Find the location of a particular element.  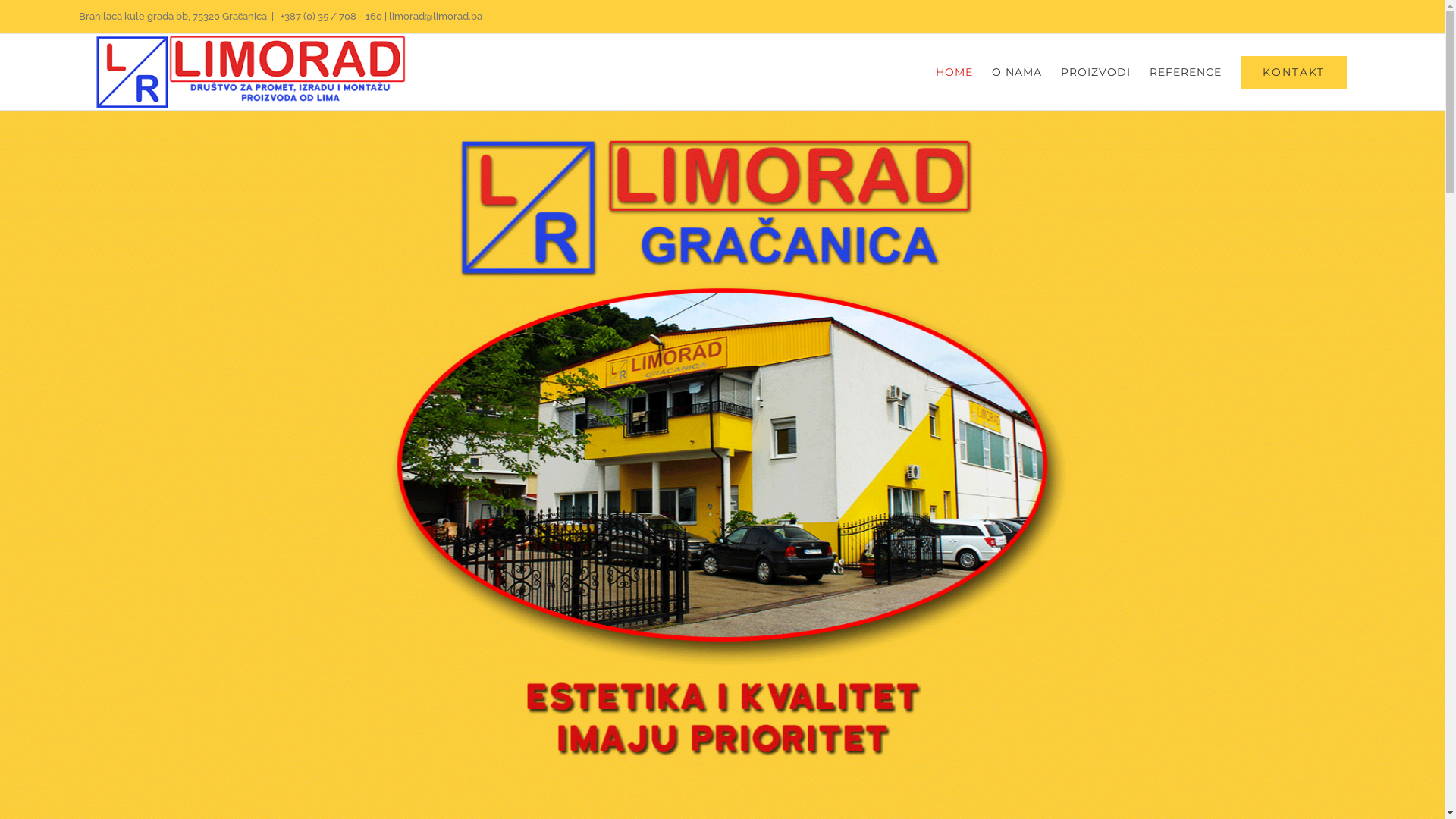

'O NAMA' is located at coordinates (1016, 72).